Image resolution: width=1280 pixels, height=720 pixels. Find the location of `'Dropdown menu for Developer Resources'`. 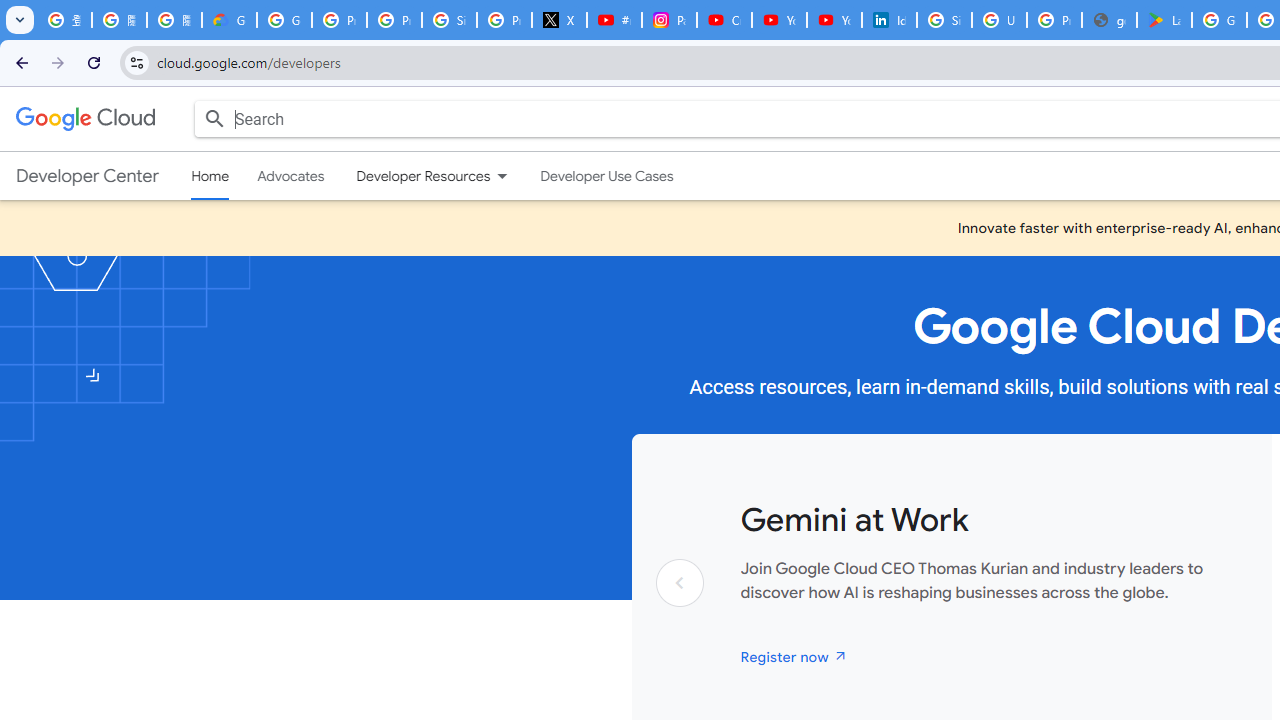

'Dropdown menu for Developer Resources' is located at coordinates (502, 175).